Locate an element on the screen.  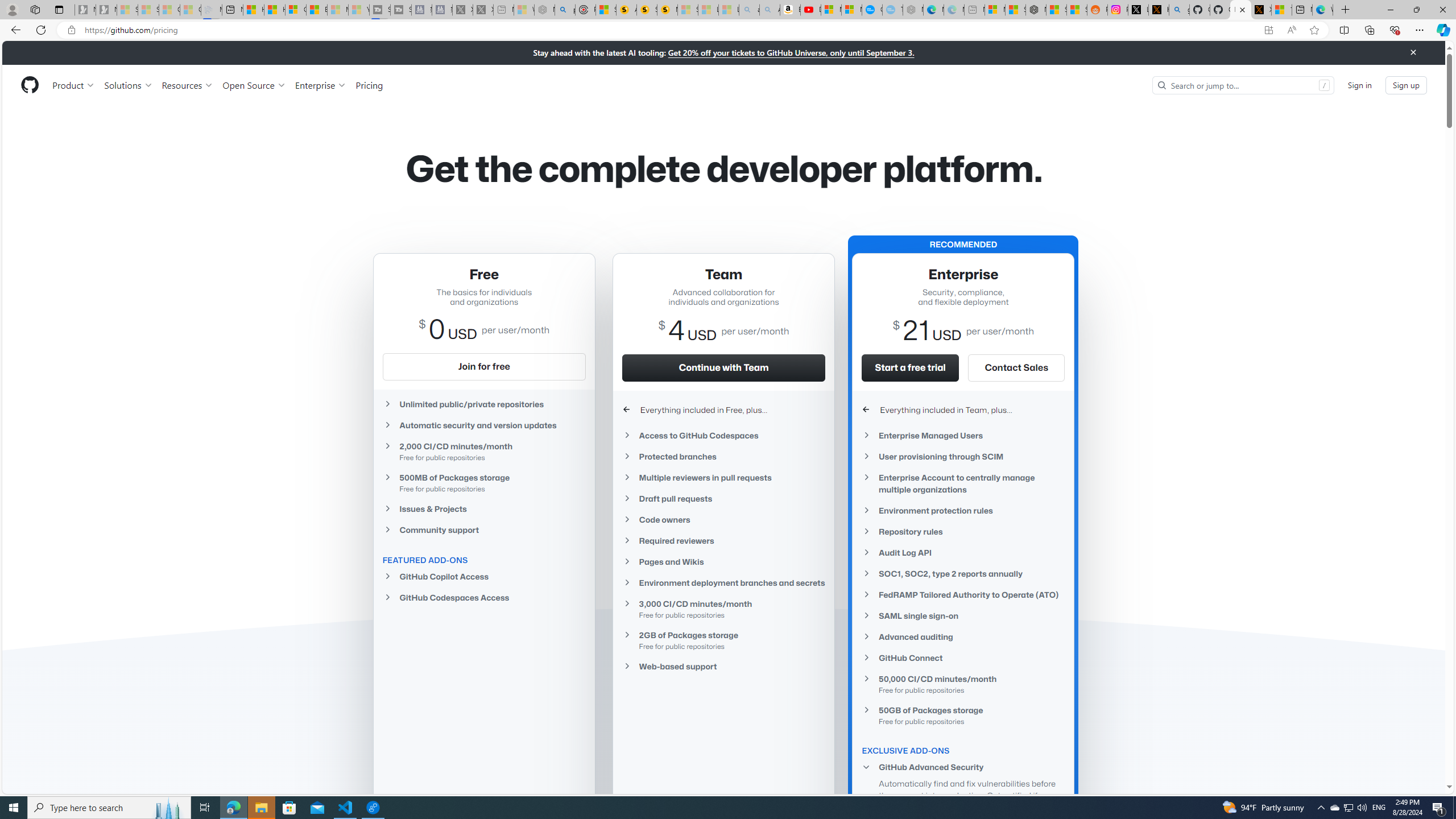
'Microsoft Start - Sleeping' is located at coordinates (337, 9).